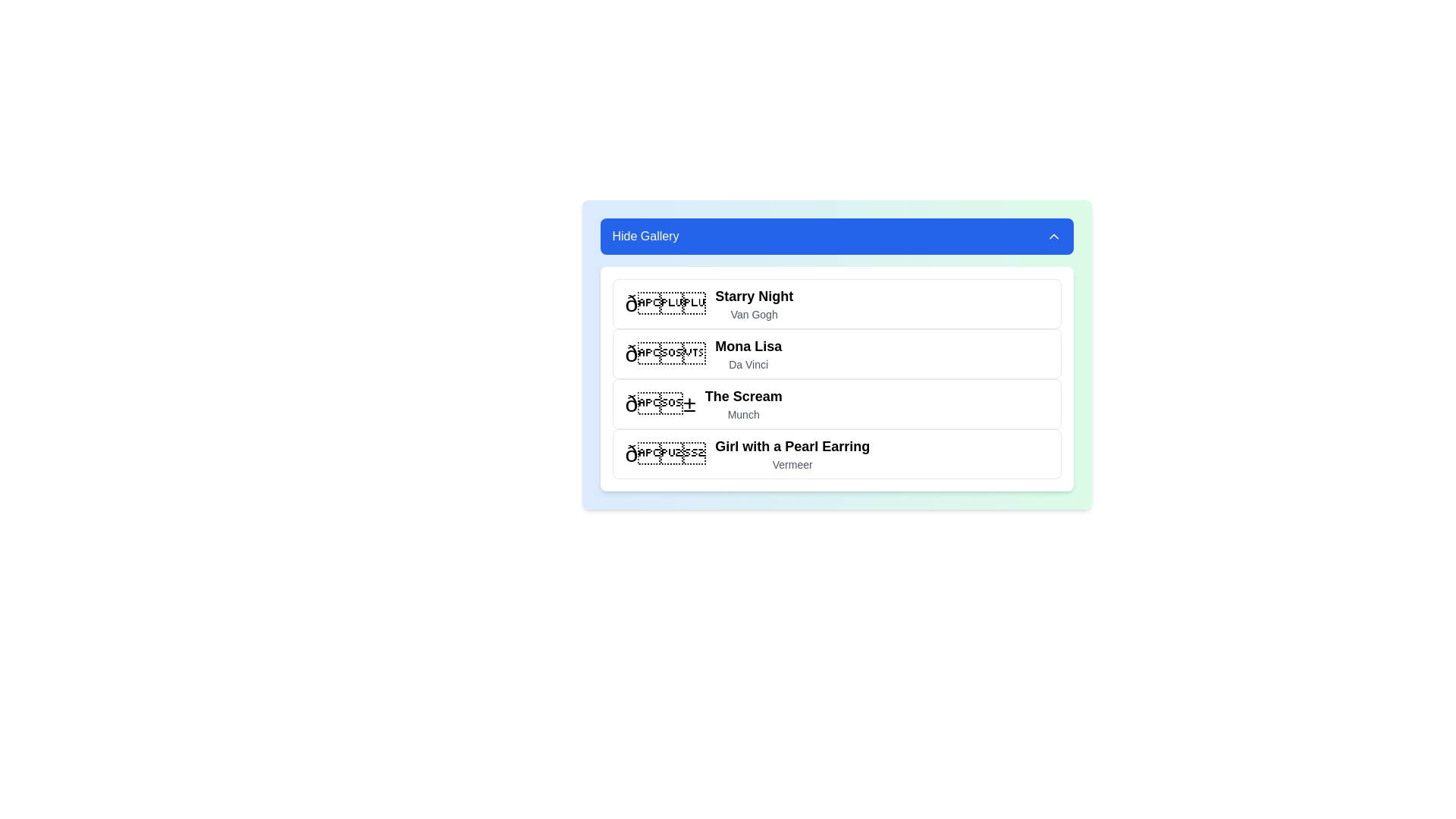 Image resolution: width=1456 pixels, height=819 pixels. Describe the element at coordinates (836, 304) in the screenshot. I see `to select the artwork titled 'Starry Night' by Van Gogh, which is the first item in the vertical list of artworks` at that location.